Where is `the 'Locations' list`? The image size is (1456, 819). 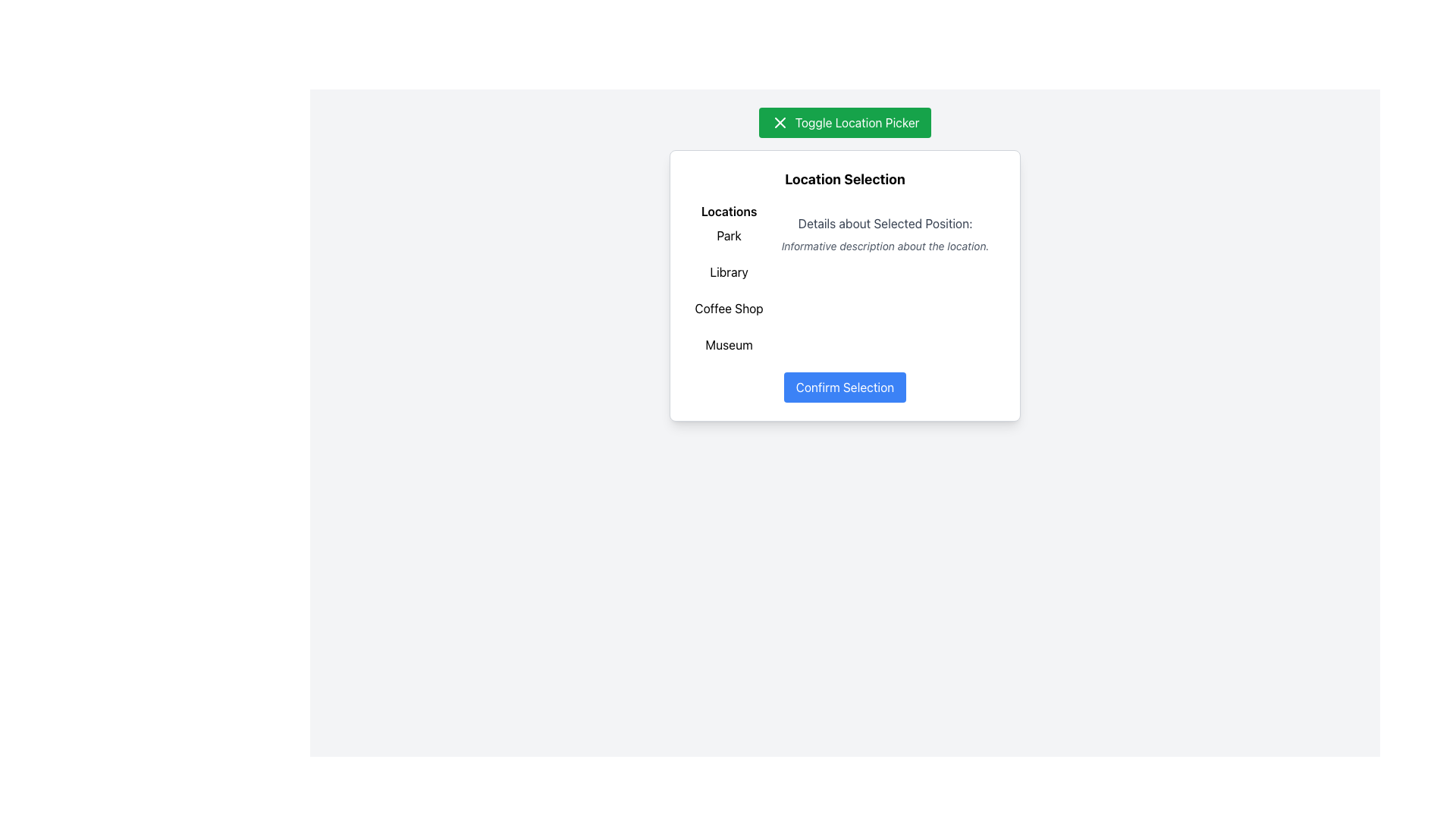
the 'Locations' list is located at coordinates (729, 281).